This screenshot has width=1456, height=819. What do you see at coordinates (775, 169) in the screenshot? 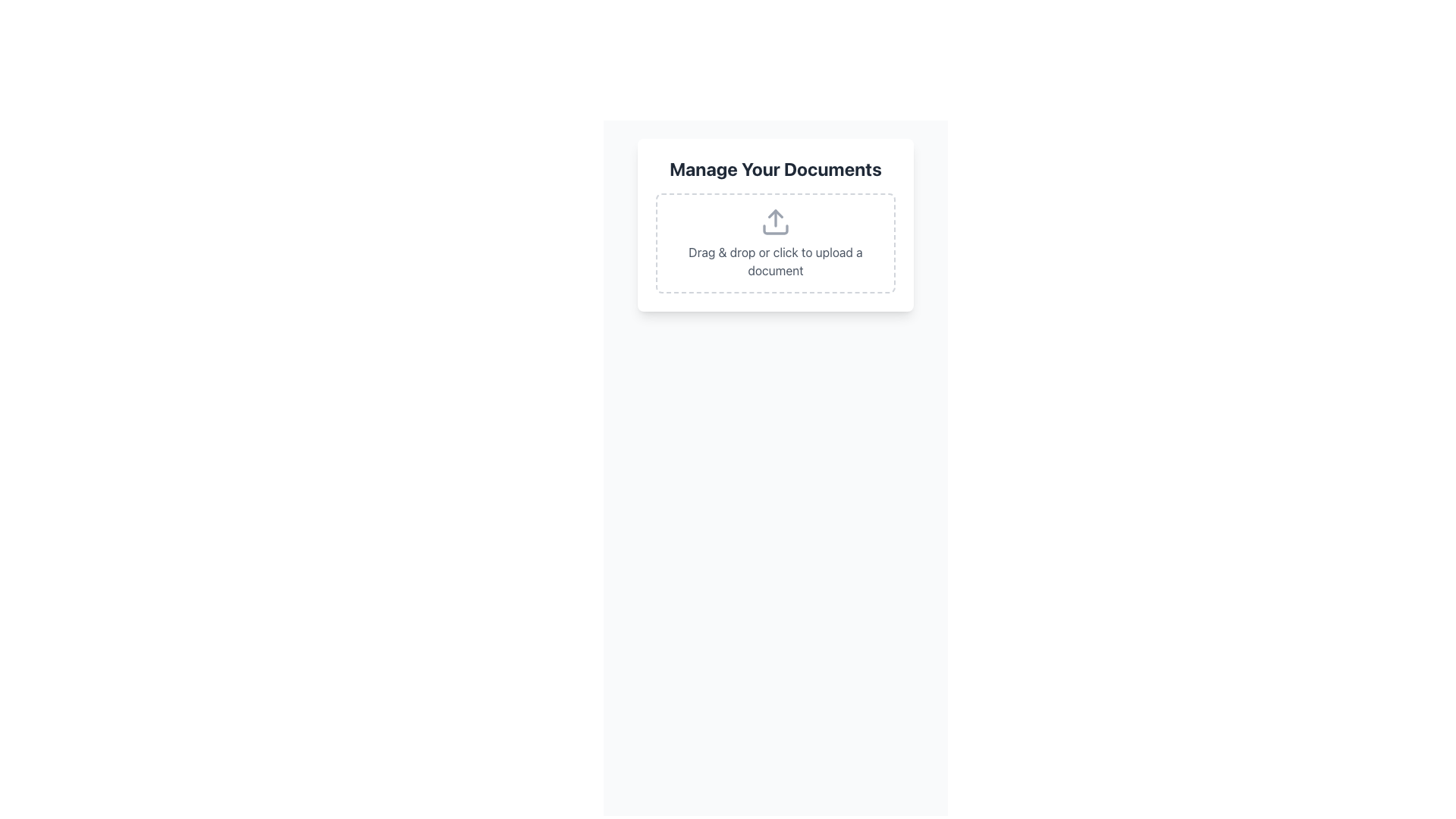
I see `the static text element that serves as the title for the document management section, located at the top center of the card structure` at bounding box center [775, 169].